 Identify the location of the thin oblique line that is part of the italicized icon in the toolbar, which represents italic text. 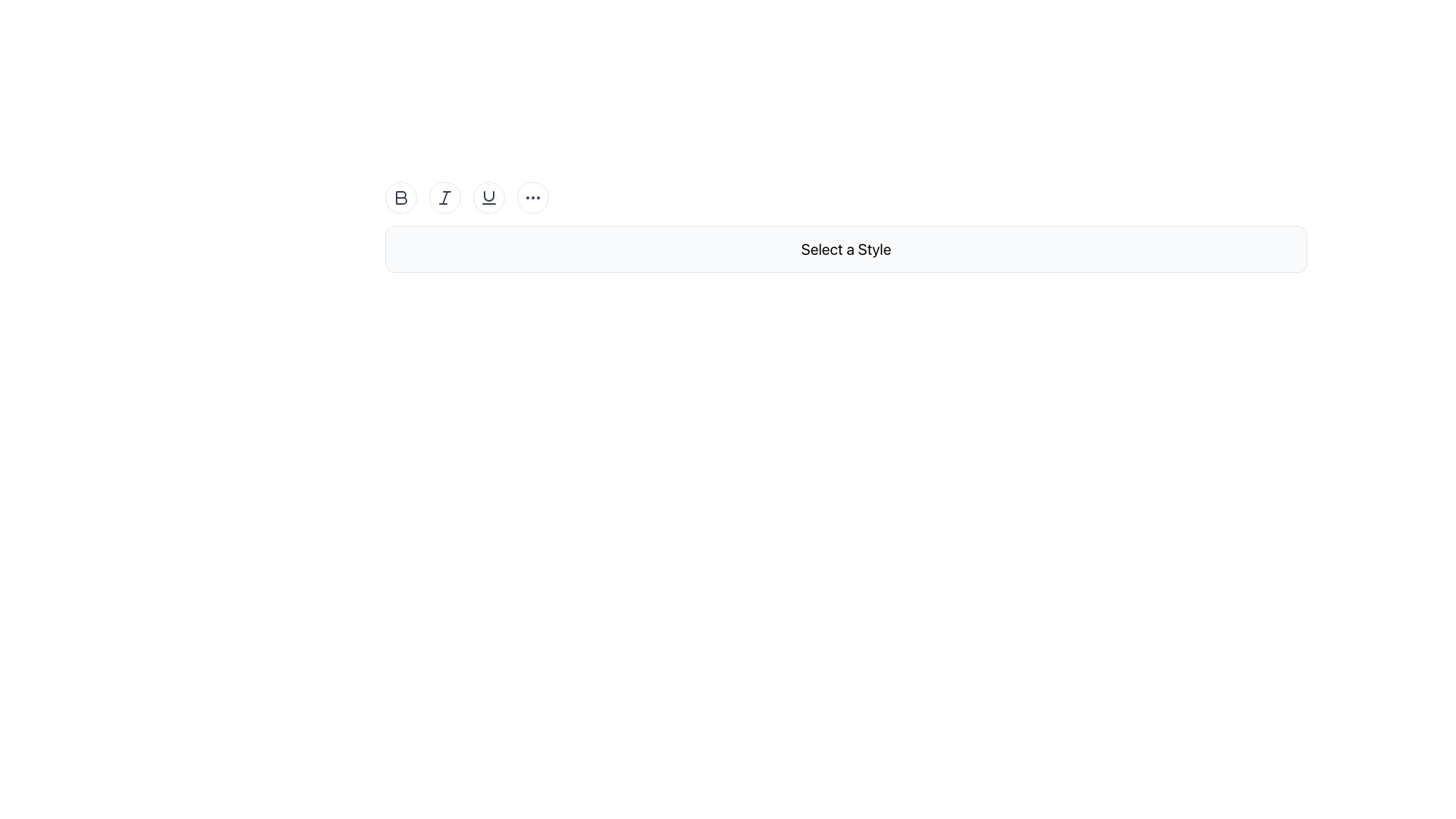
(444, 197).